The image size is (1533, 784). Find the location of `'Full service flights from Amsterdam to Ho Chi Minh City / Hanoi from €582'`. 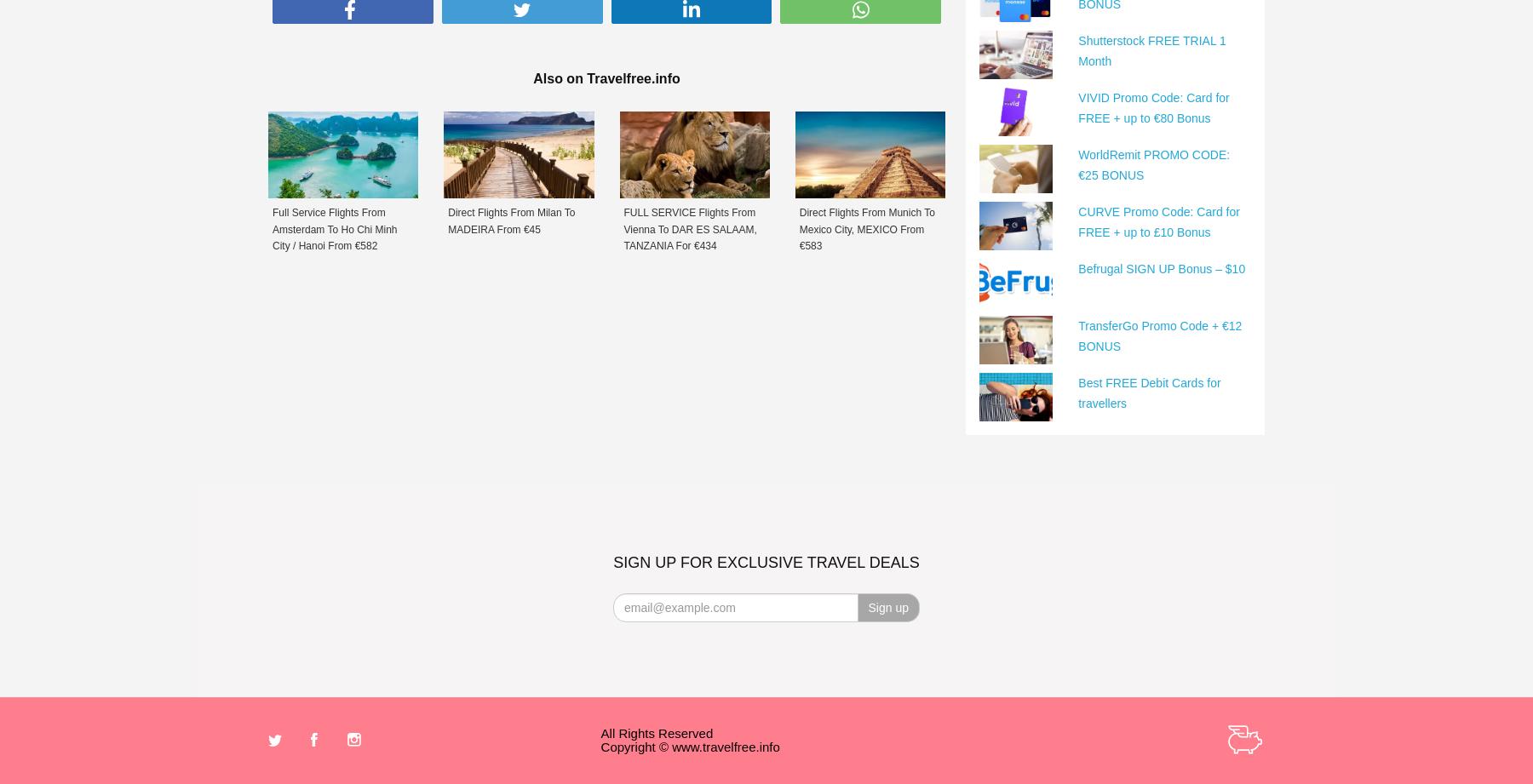

'Full service flights from Amsterdam to Ho Chi Minh City / Hanoi from €582' is located at coordinates (334, 228).